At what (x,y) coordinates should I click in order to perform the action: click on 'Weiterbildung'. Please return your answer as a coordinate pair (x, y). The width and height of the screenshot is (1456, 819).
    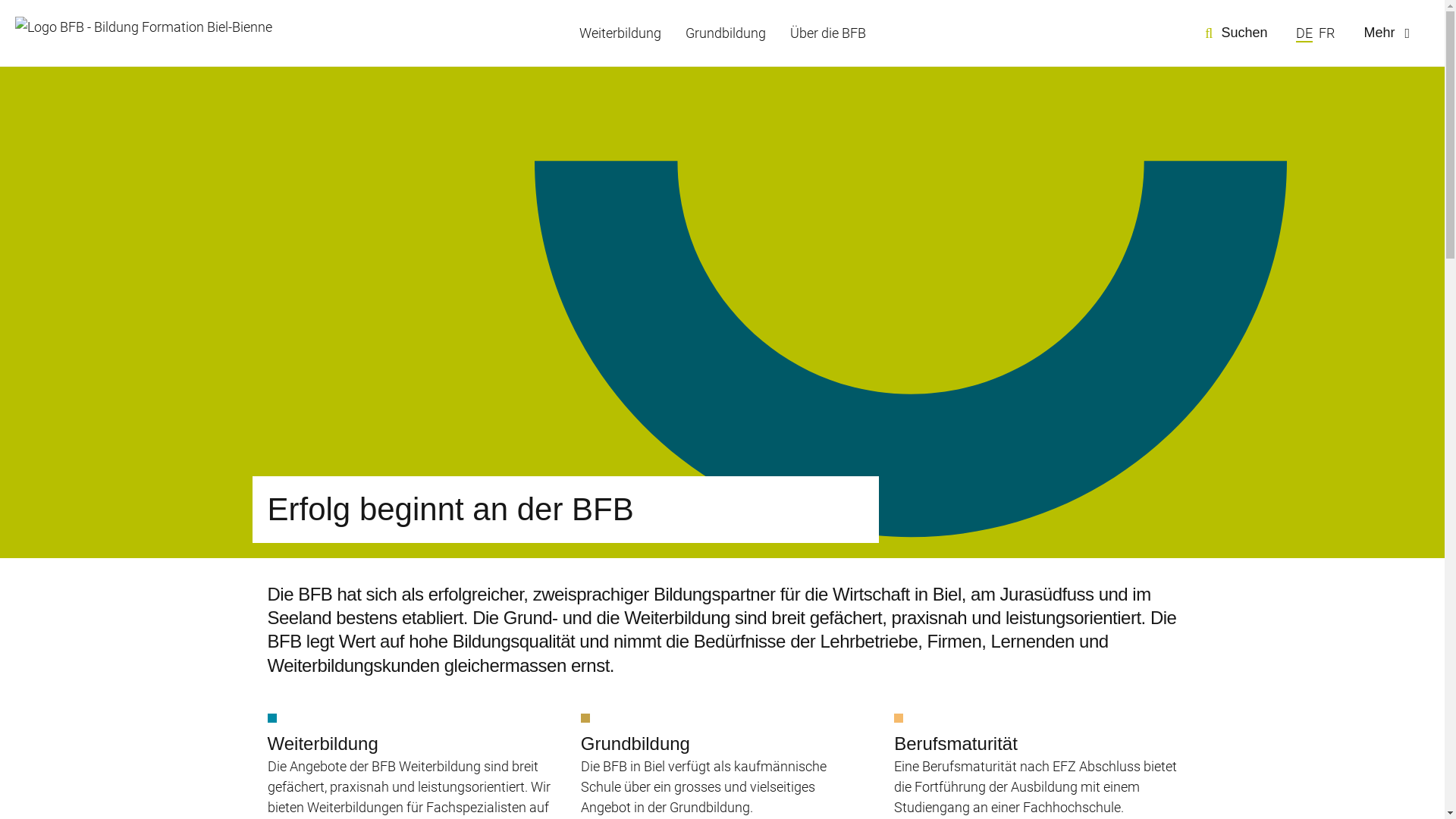
    Looking at the image, I should click on (620, 32).